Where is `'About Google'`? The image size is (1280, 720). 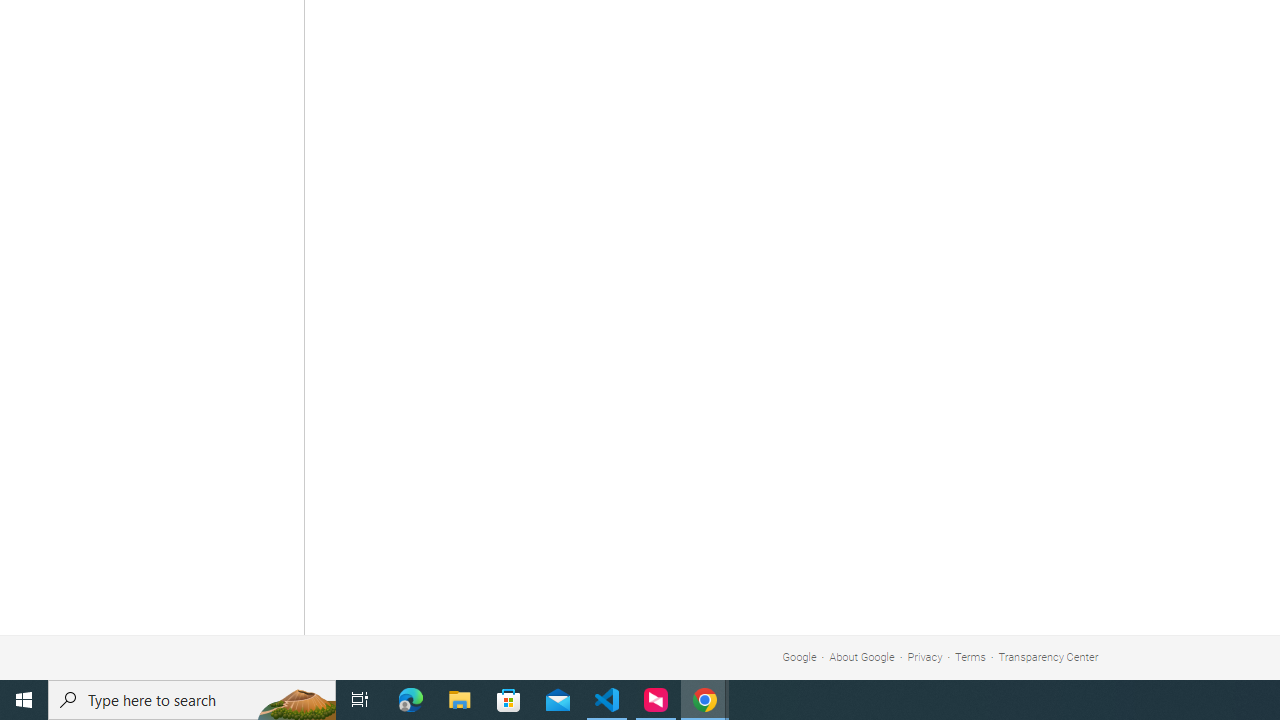
'About Google' is located at coordinates (862, 657).